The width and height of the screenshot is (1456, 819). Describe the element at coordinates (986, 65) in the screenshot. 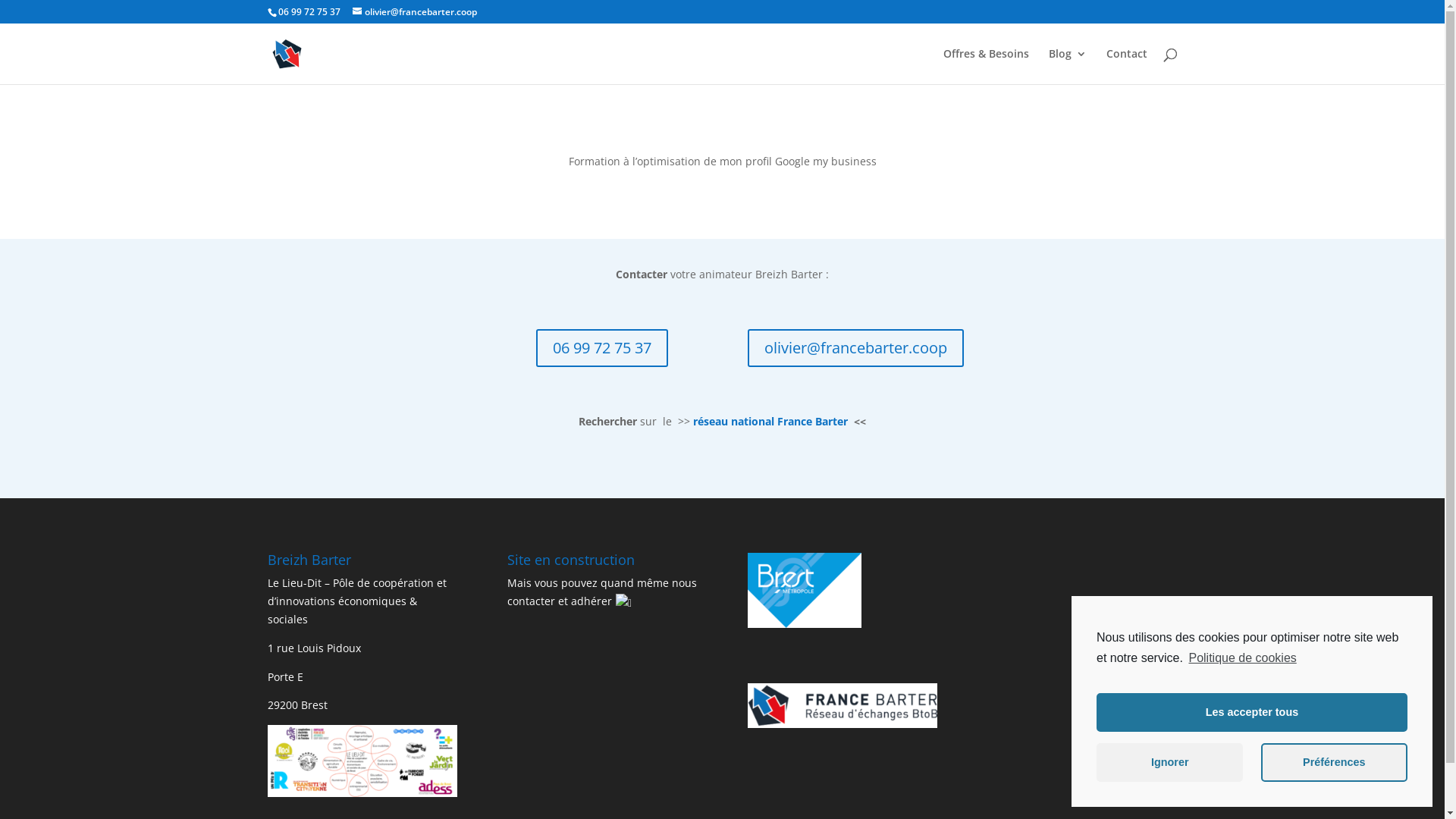

I see `'Offres & Besoins'` at that location.